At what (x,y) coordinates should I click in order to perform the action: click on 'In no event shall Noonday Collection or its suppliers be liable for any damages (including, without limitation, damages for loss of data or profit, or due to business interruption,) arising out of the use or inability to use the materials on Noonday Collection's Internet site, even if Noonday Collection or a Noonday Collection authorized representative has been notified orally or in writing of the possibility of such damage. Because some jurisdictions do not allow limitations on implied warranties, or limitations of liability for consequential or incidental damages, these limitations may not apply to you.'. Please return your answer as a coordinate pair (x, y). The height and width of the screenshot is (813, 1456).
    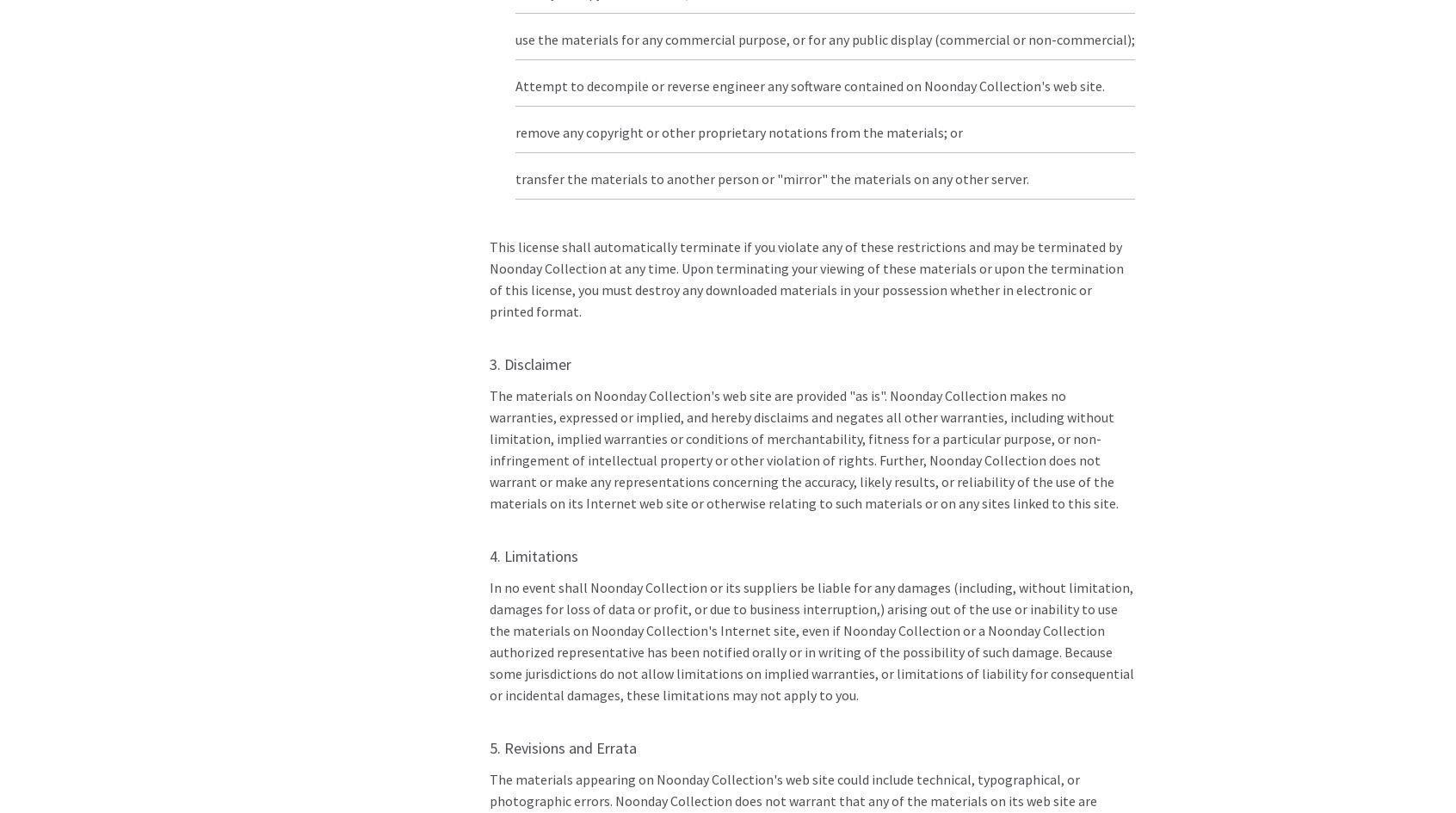
    Looking at the image, I should click on (811, 640).